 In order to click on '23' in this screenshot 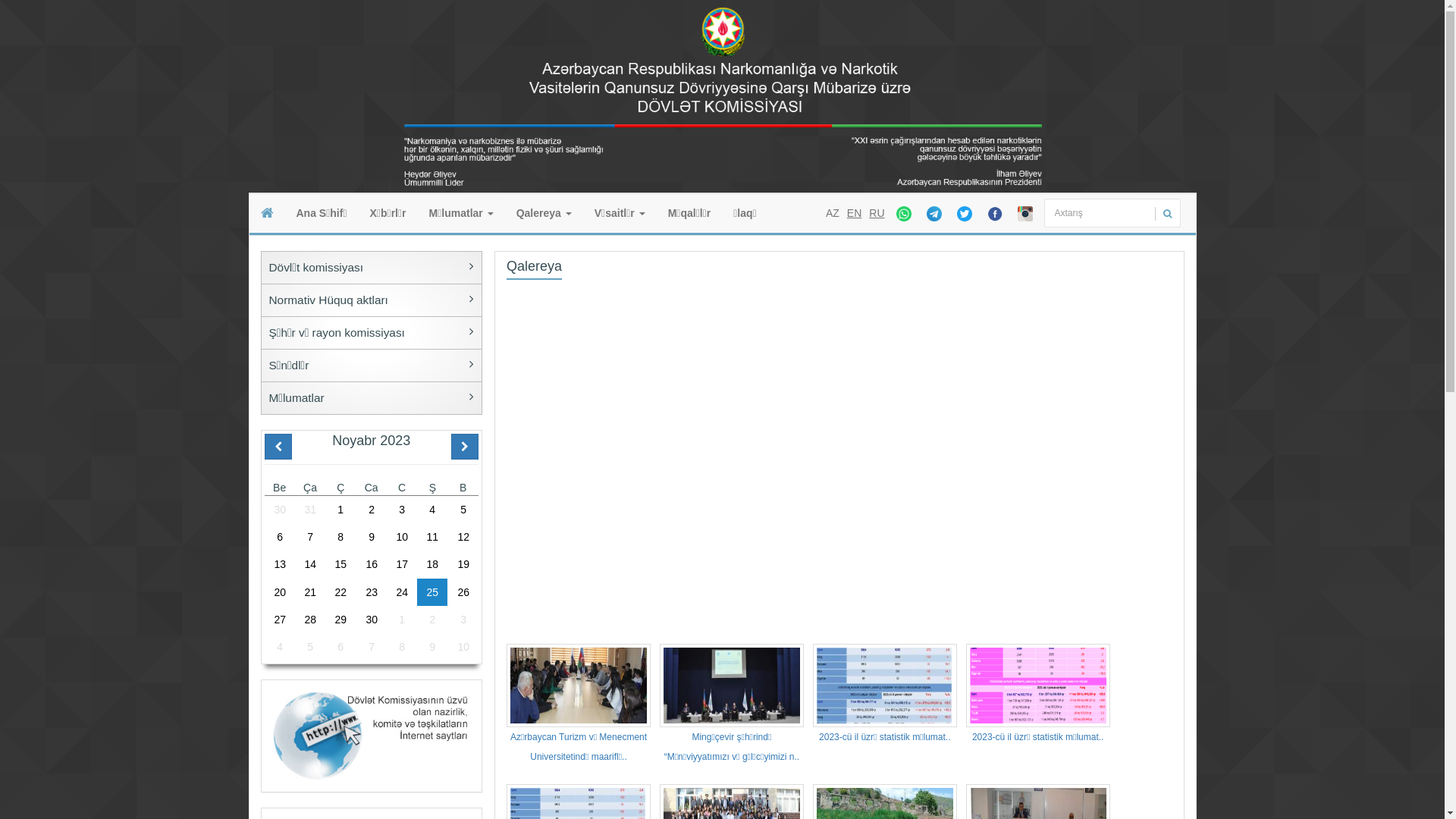, I will do `click(371, 591)`.